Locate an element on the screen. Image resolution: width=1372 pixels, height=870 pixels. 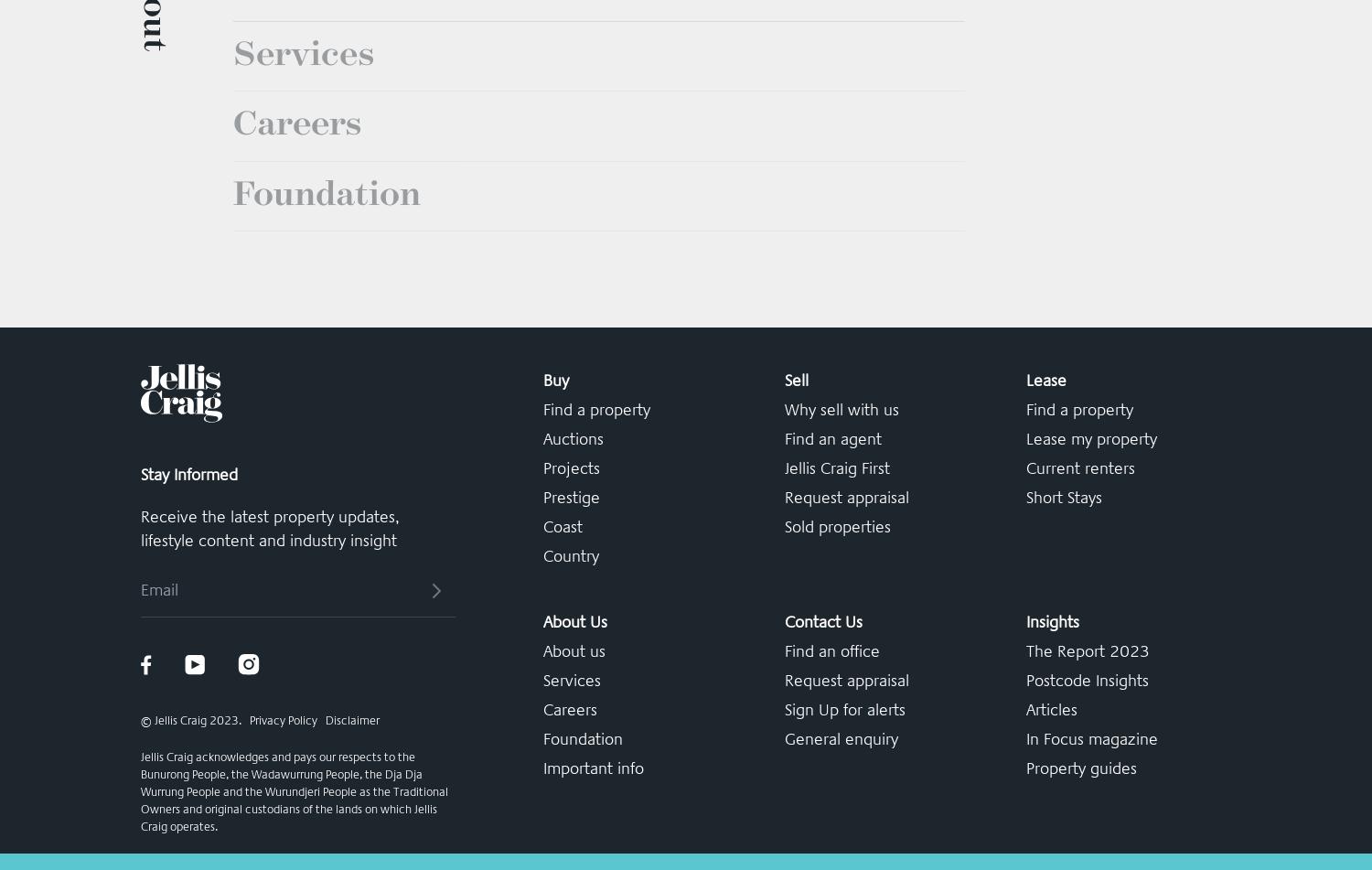
'Coast' is located at coordinates (562, 810).